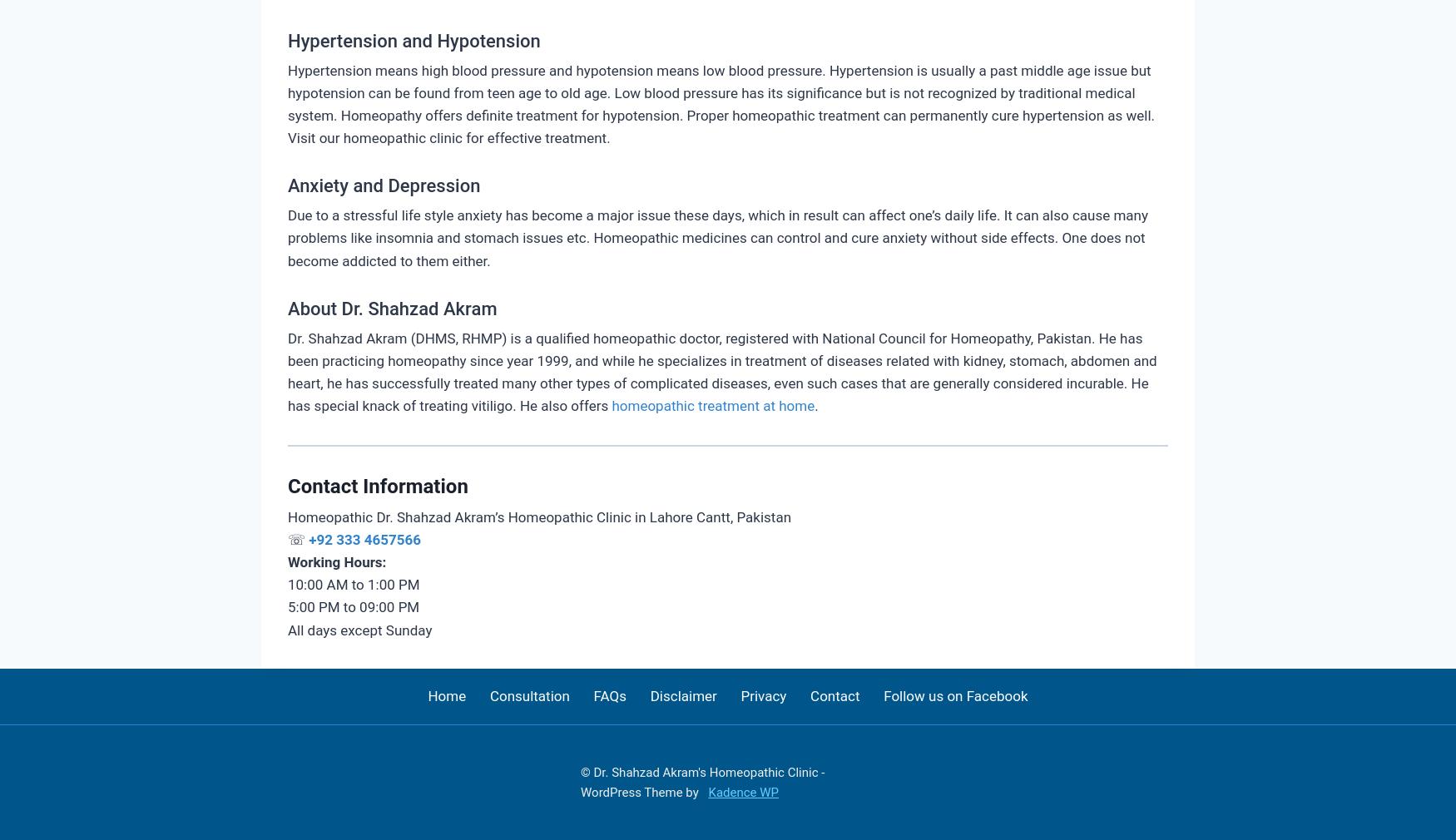 This screenshot has width=1456, height=840. What do you see at coordinates (287, 372) in the screenshot?
I see `'Dr. Shahzad Akram (DHMS, RHMP) is a qualified homeopathic doctor, registered with National Council for Homeopathy, Pakistan. He has been practicing homeopathy since year 1999, and while he specializes in treatment of diseases related with kidney, stomach, abdomen and heart, he has successfully treated many other types of complicated diseases, even such cases that are generally considered incurable. He has special knack of treating vitiligo. He also offers'` at bounding box center [287, 372].